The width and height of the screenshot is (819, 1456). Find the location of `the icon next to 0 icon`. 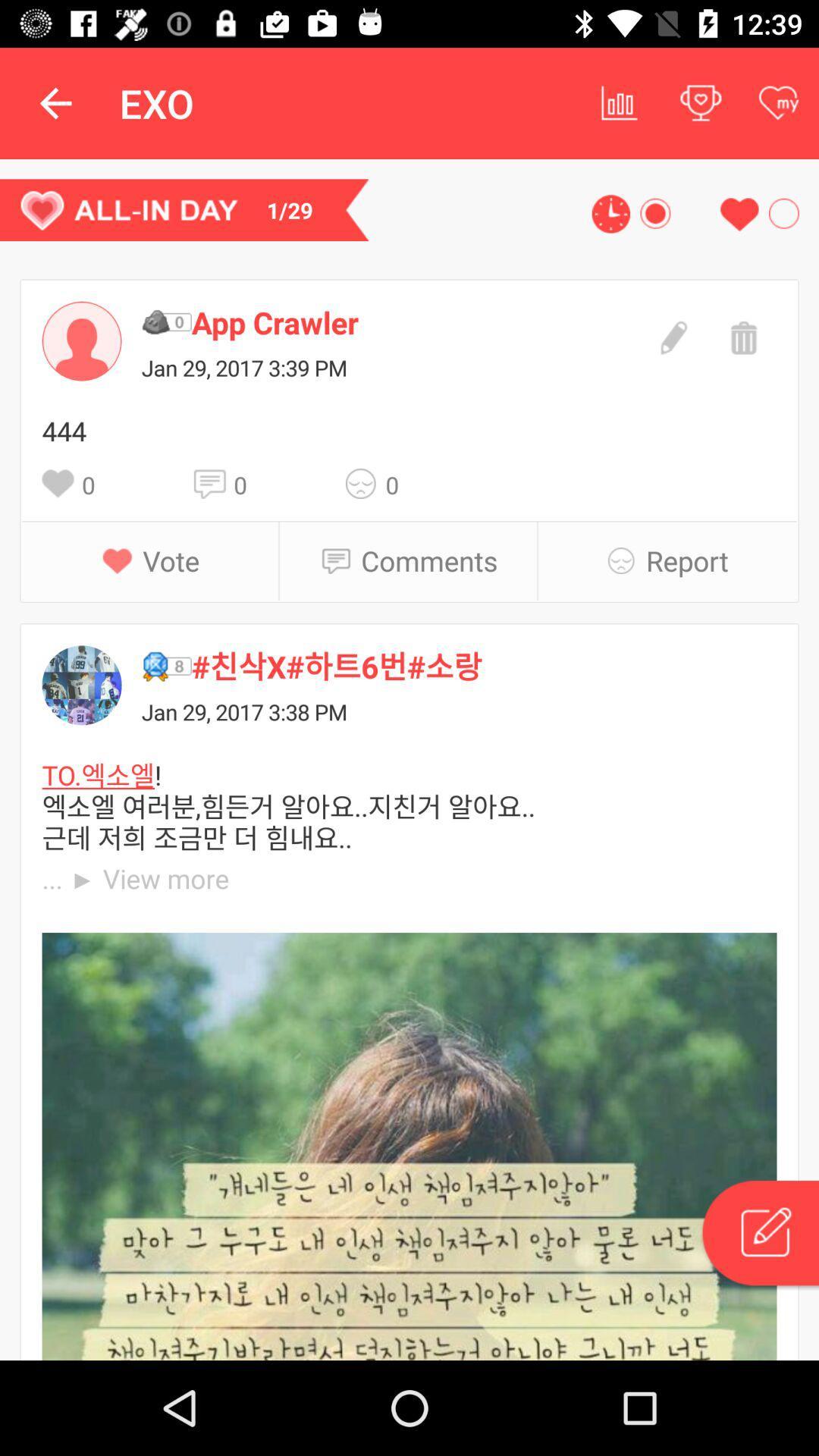

the icon next to 0 icon is located at coordinates (366, 482).